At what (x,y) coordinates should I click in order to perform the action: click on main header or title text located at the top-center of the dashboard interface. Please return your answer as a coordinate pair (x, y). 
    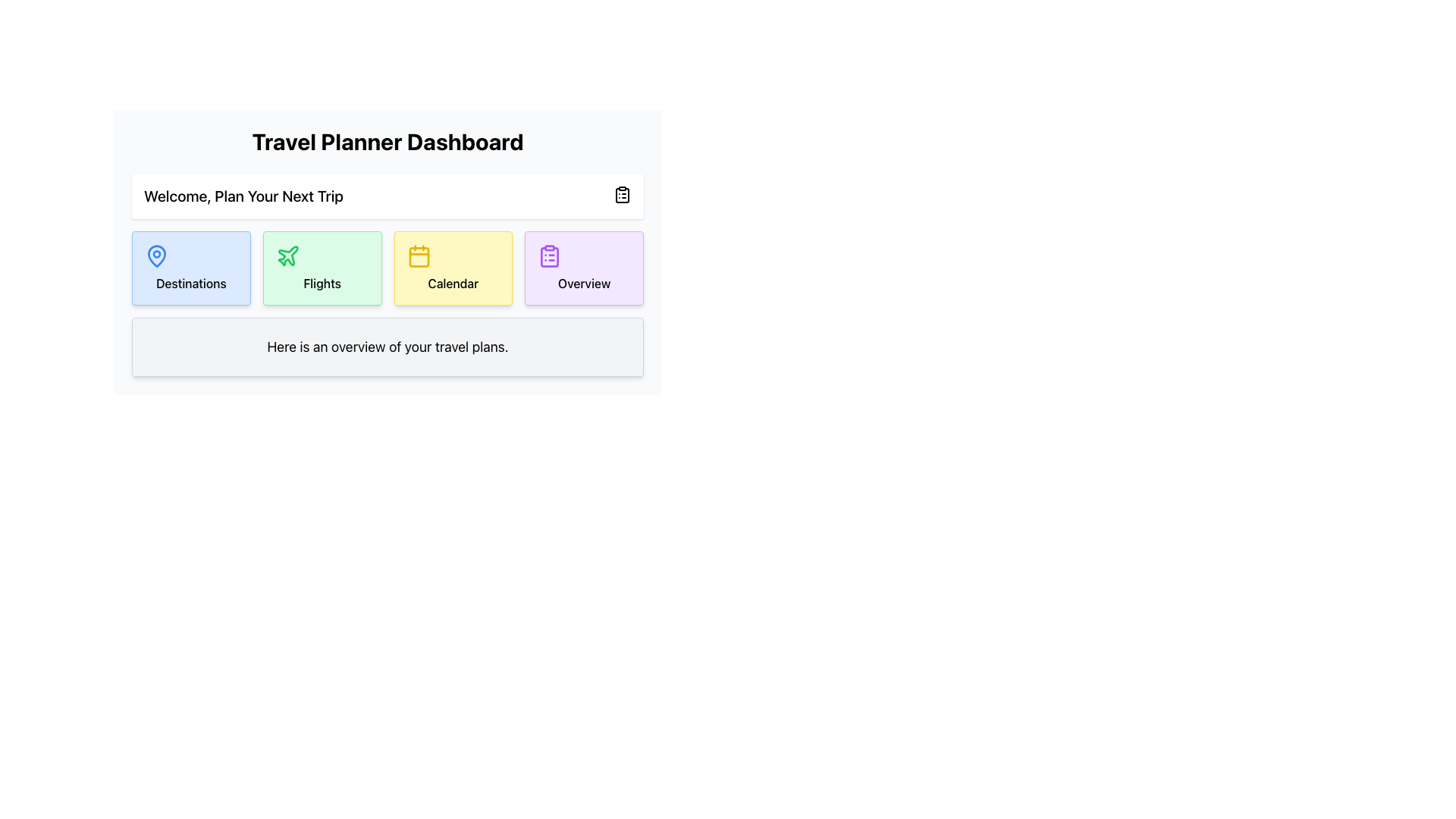
    Looking at the image, I should click on (388, 141).